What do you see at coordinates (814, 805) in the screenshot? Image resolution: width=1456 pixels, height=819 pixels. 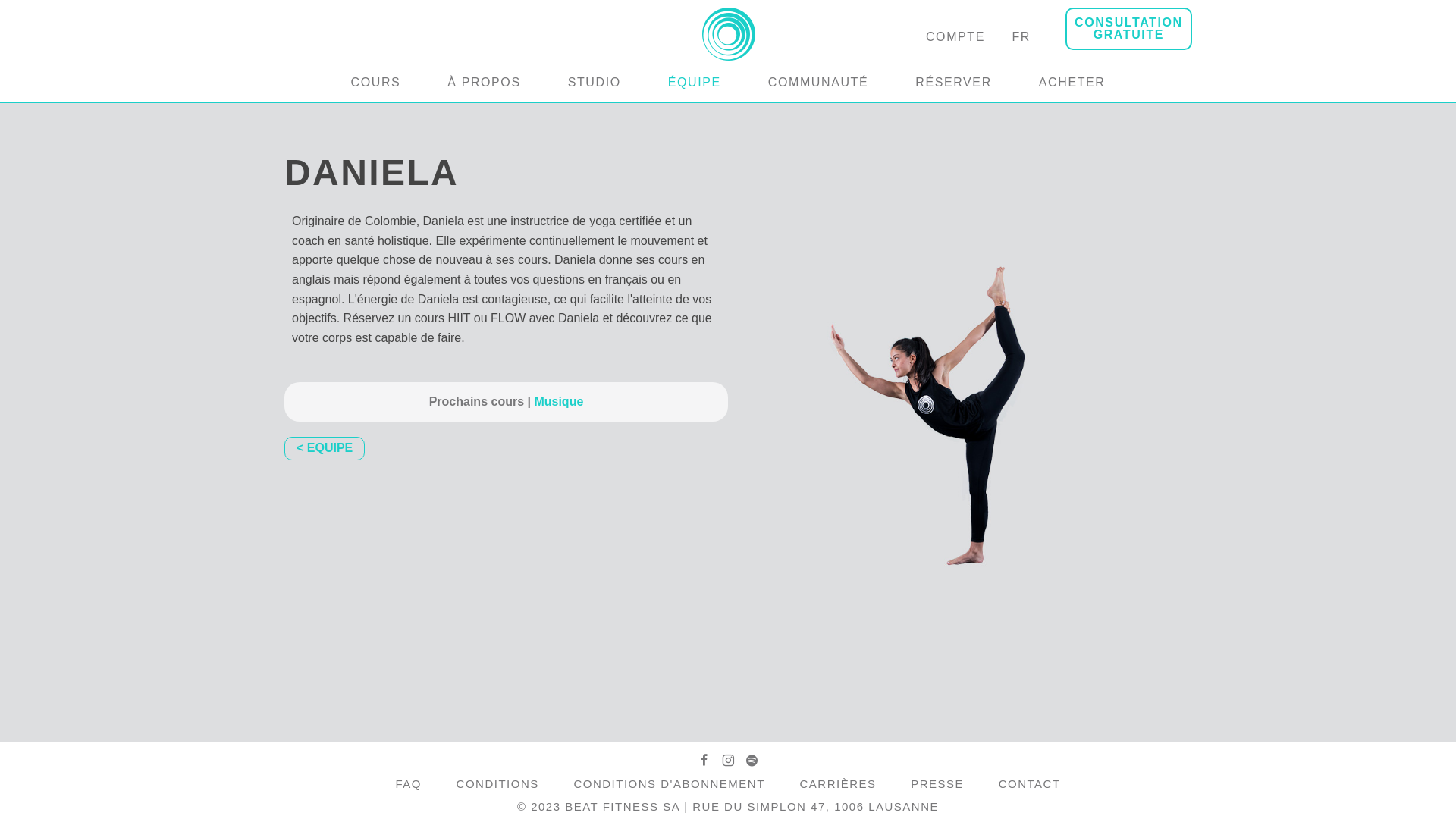 I see `'RUE DU SIMPLON 47, 1006 LAUSANNE'` at bounding box center [814, 805].